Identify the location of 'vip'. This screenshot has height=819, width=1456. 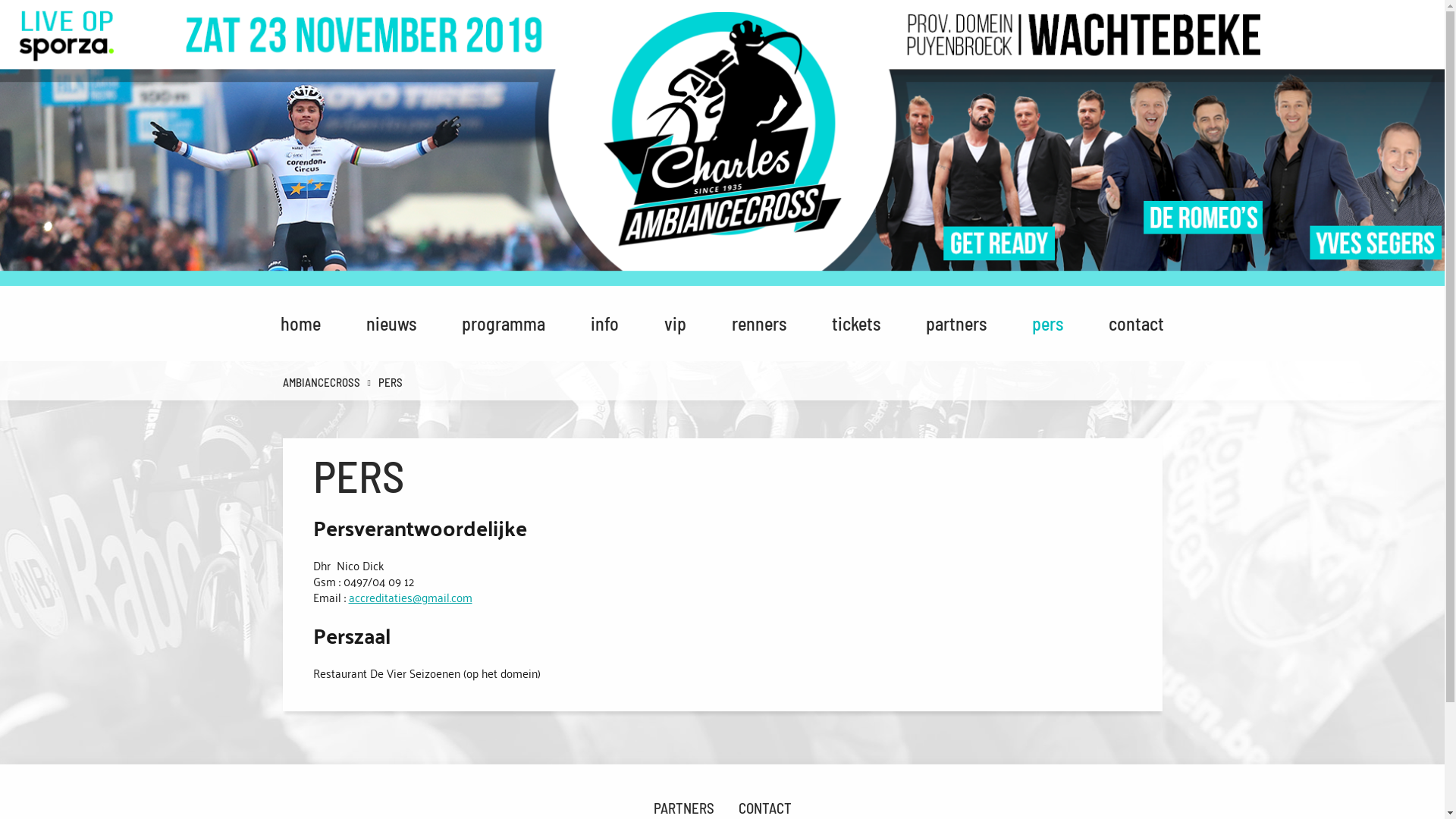
(674, 322).